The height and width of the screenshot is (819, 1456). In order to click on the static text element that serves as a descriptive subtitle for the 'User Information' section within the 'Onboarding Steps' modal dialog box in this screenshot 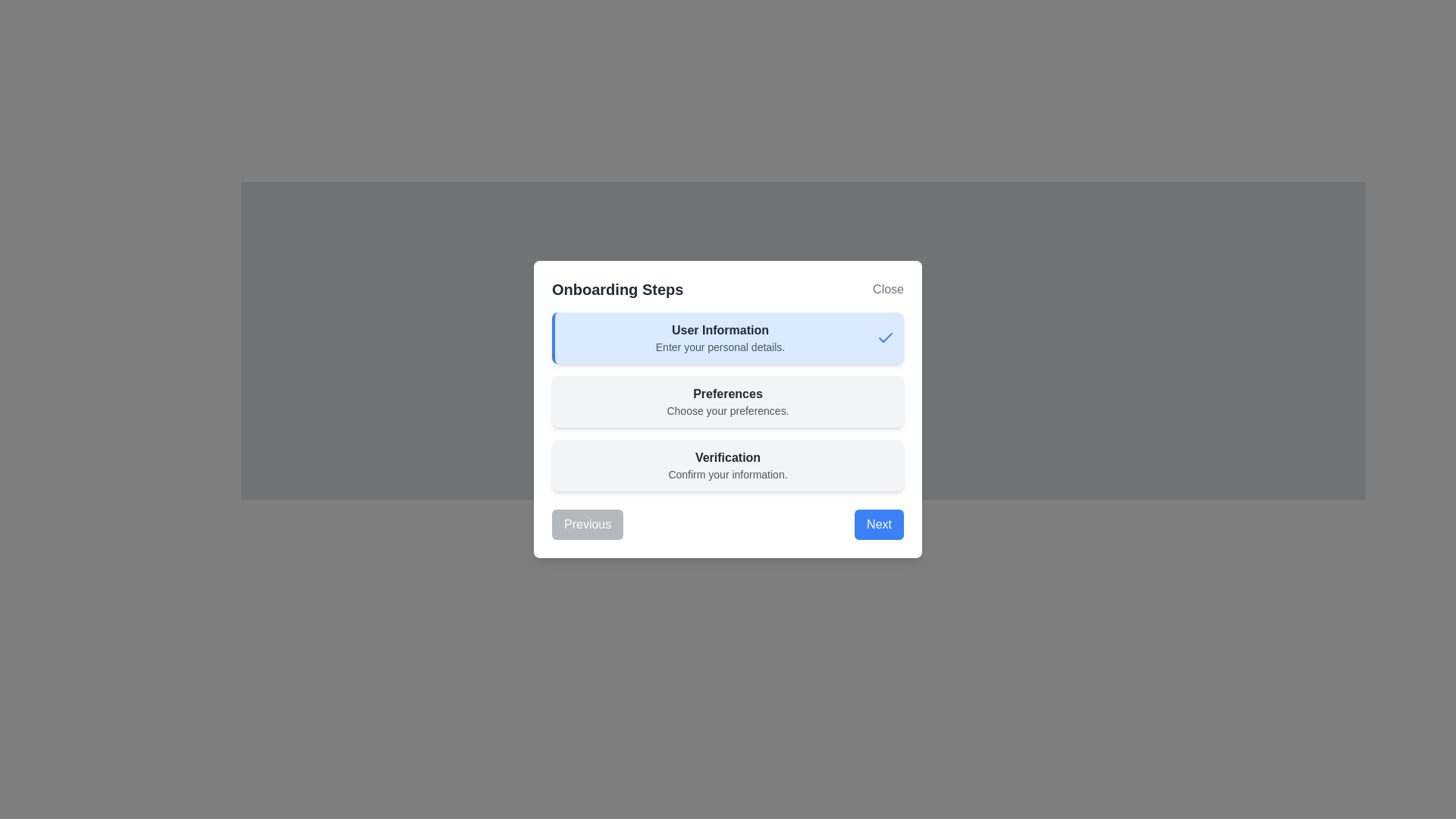, I will do `click(720, 347)`.